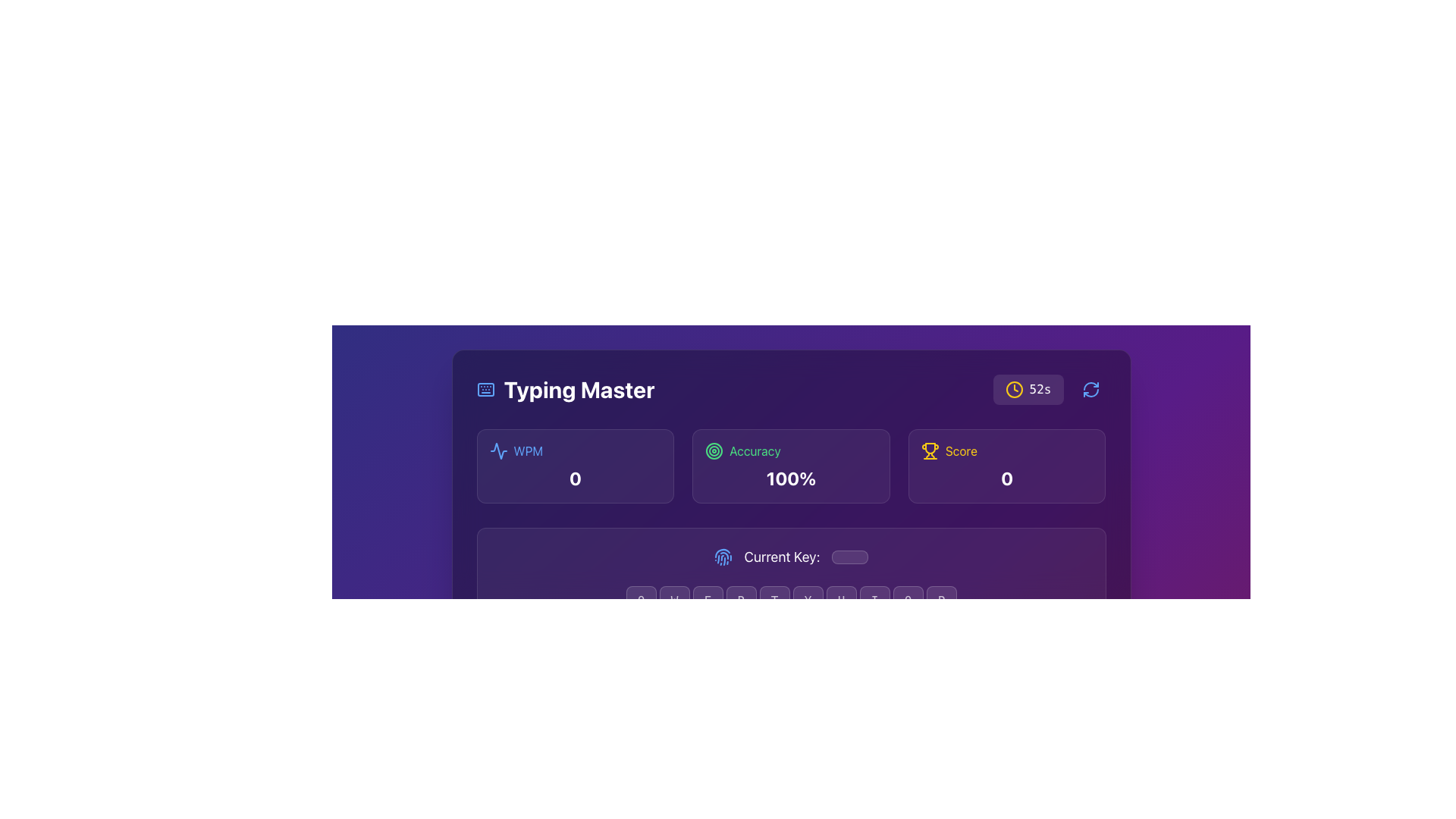 Image resolution: width=1456 pixels, height=819 pixels. What do you see at coordinates (929, 450) in the screenshot?
I see `the trophy icon located in the 'Score' section, which is positioned on the top-right area of the dashboard, to the left of the score value '0'` at bounding box center [929, 450].